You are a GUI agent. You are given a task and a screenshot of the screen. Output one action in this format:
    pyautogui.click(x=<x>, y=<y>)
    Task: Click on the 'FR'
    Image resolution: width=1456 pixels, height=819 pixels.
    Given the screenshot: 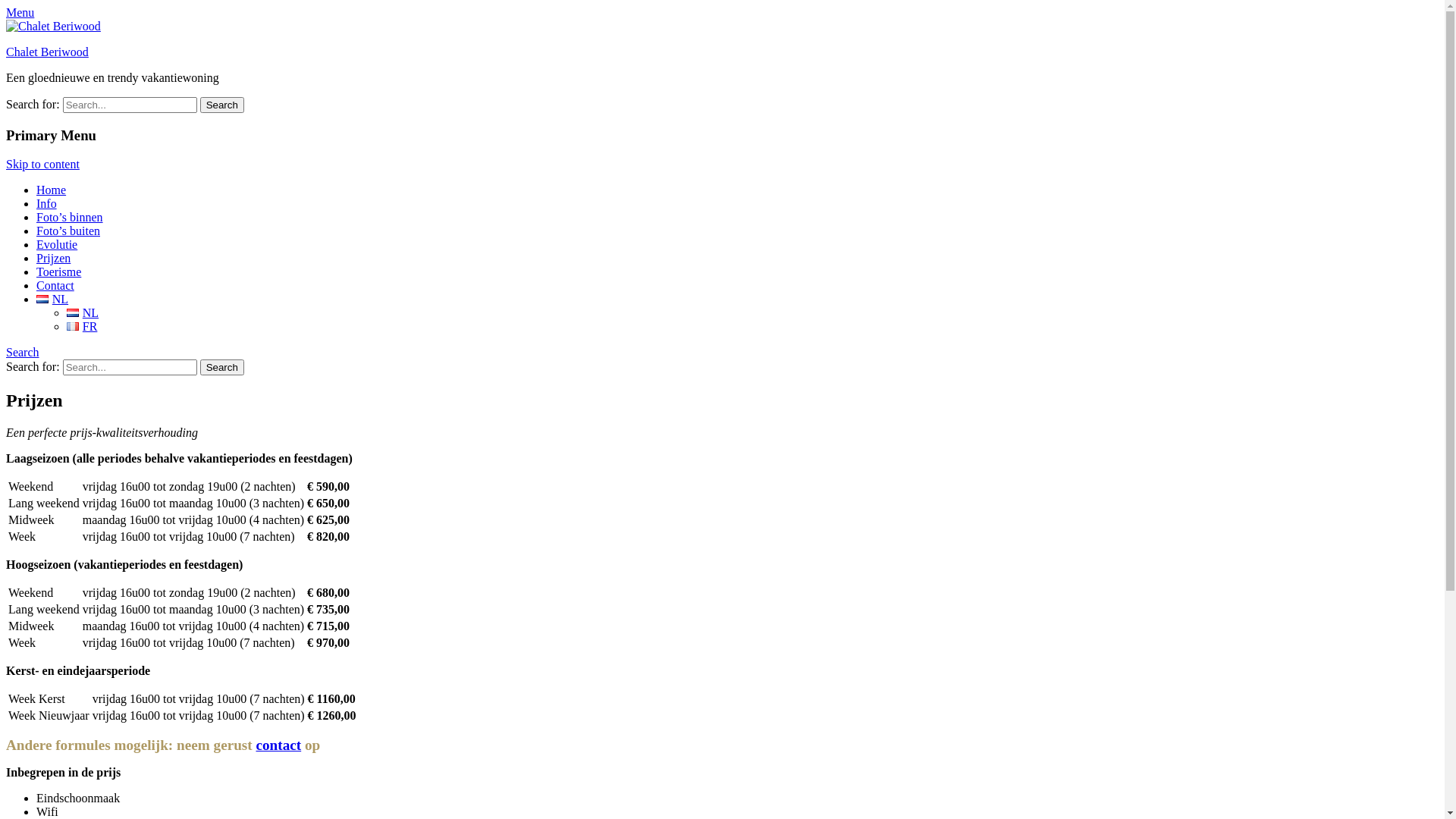 What is the action you would take?
    pyautogui.click(x=80, y=325)
    